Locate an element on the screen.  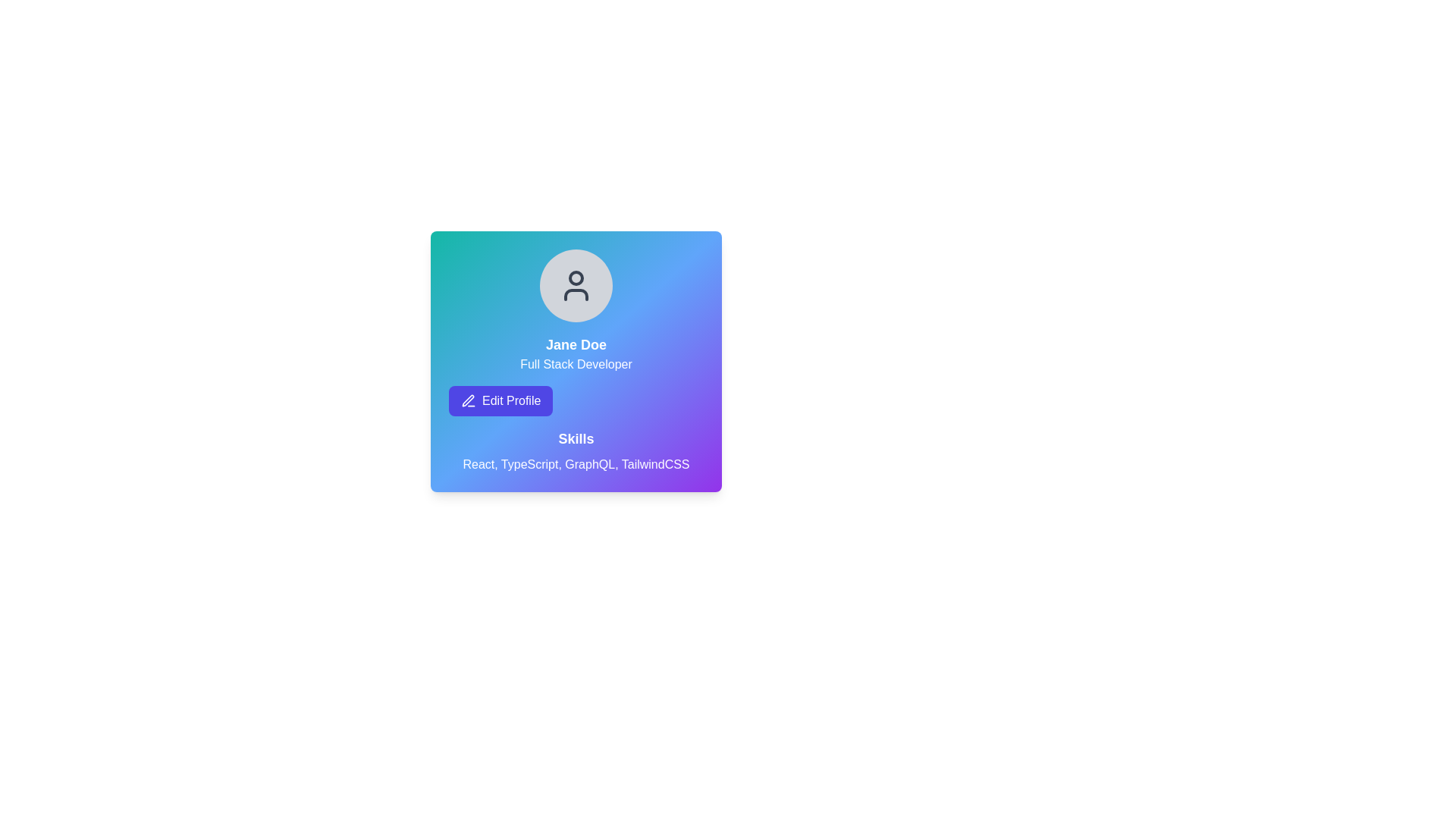
the decorative avatar SVG icon located centrally within the circular background area at the top of the card, which is aligned with the text 'Jane Doe' is located at coordinates (575, 286).